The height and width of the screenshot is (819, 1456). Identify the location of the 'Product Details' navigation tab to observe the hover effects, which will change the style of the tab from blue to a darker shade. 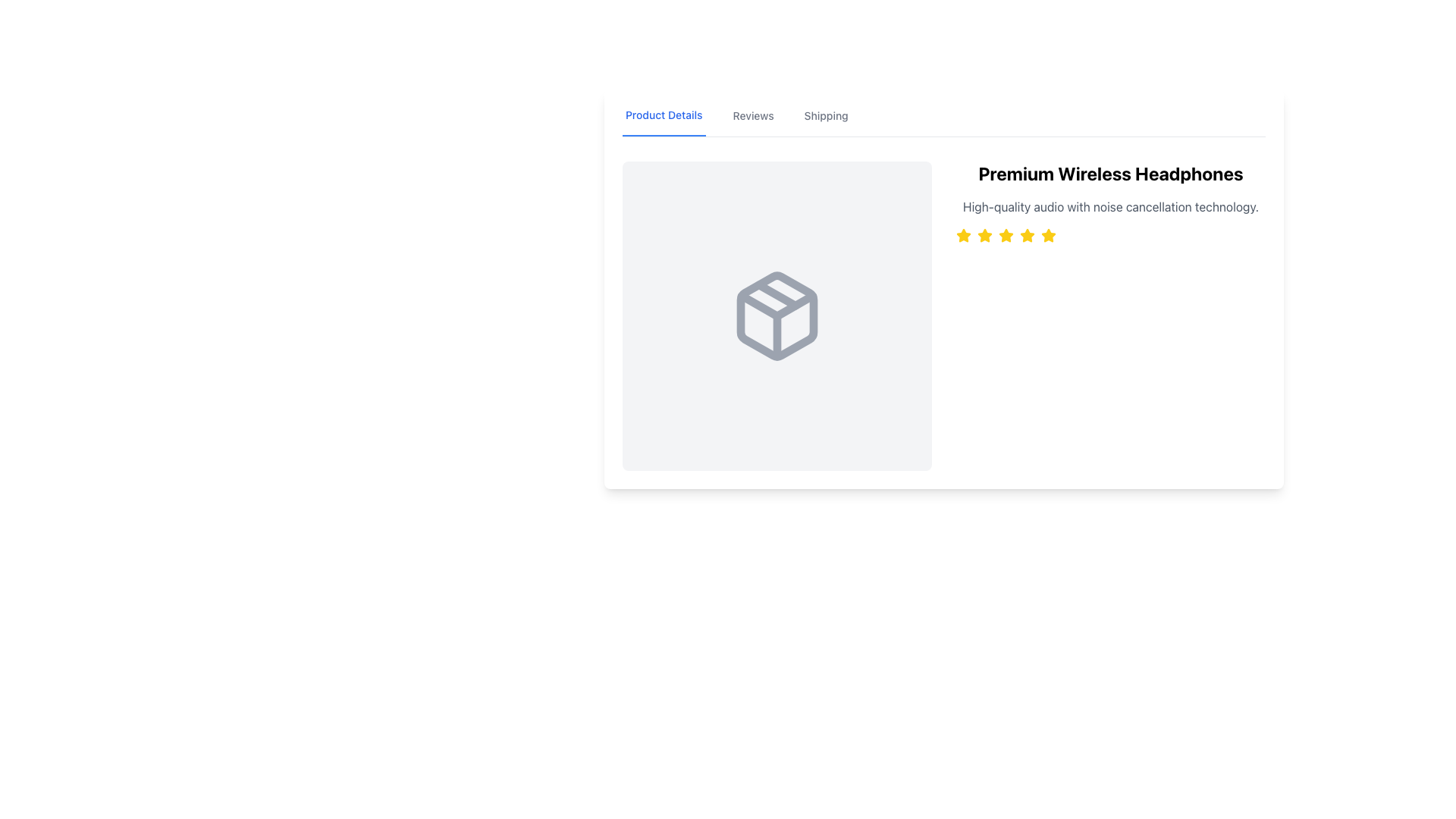
(943, 121).